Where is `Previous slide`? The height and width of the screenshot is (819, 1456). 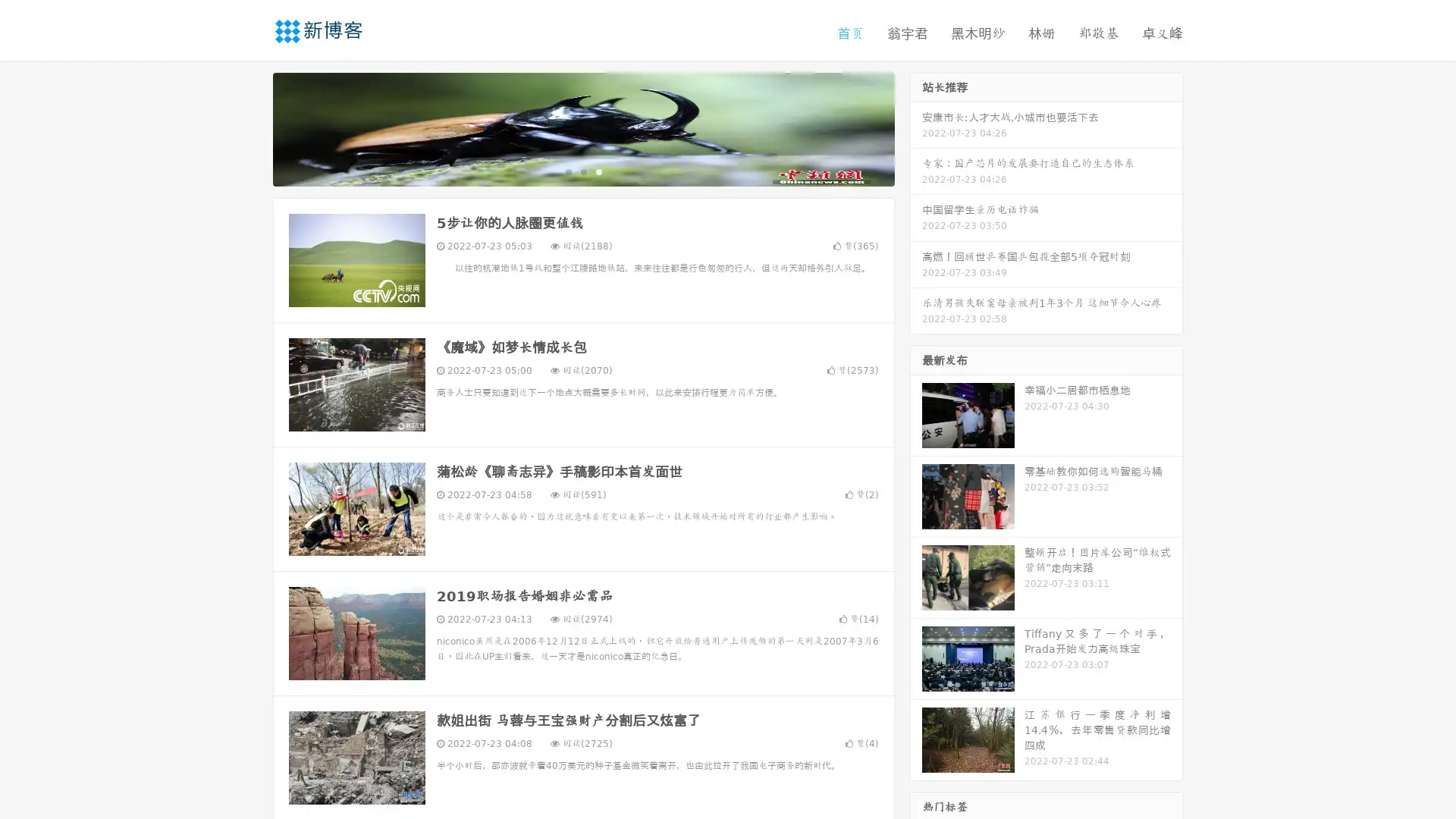 Previous slide is located at coordinates (250, 127).